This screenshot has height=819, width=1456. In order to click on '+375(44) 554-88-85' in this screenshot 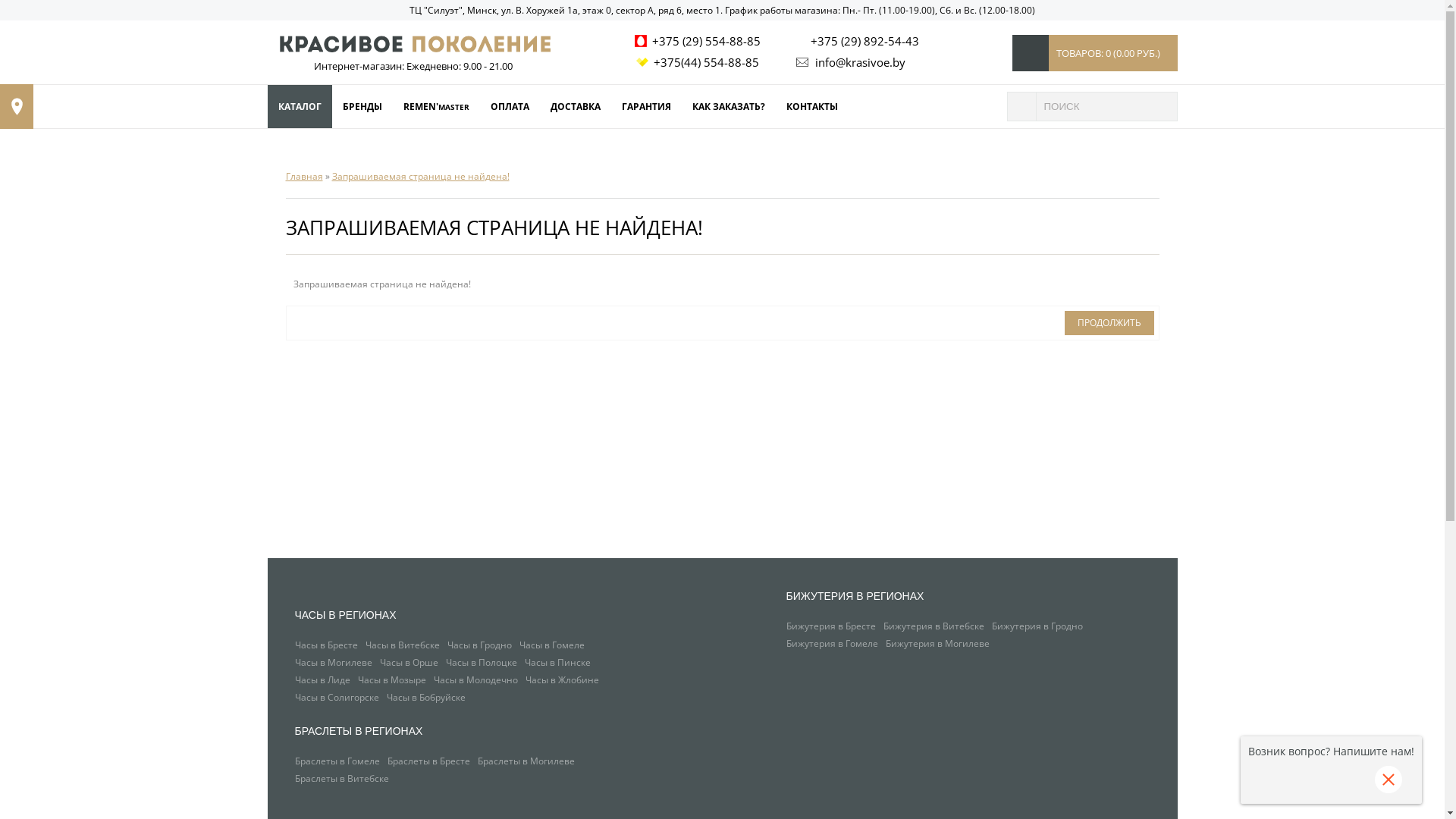, I will do `click(697, 61)`.